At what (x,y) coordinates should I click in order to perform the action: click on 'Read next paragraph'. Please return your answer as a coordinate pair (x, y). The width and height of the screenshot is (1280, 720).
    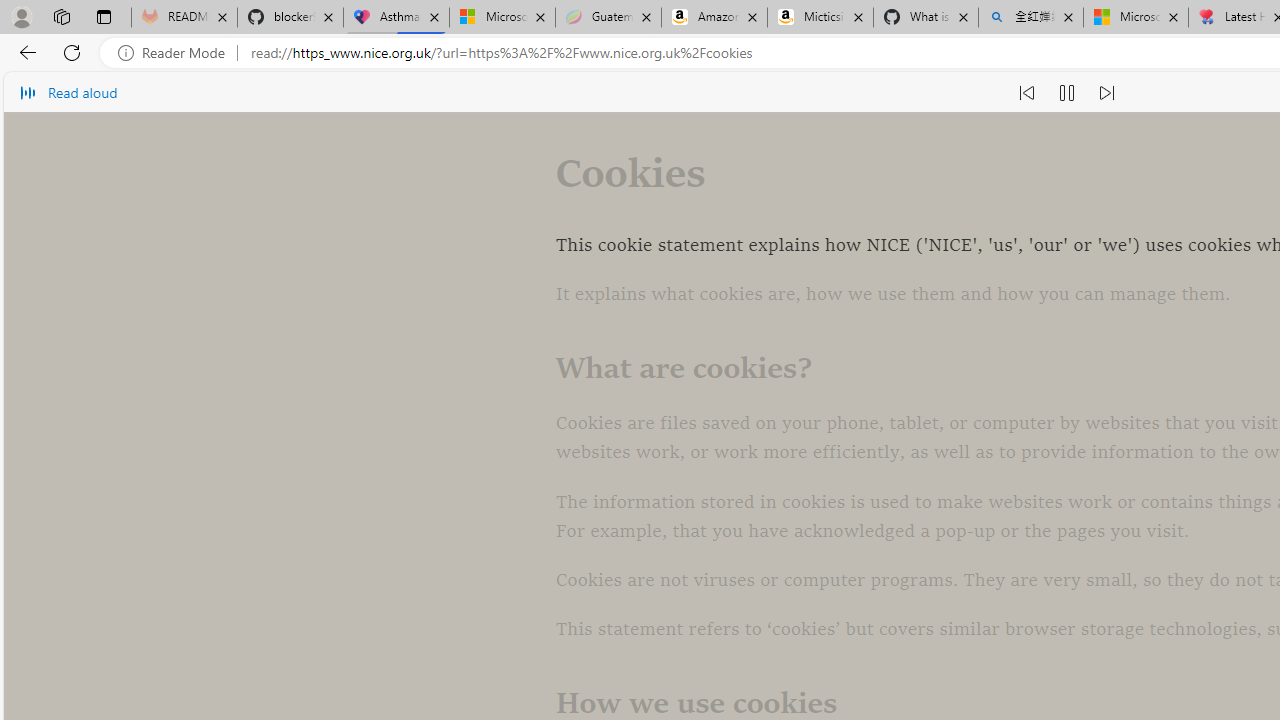
    Looking at the image, I should click on (1104, 92).